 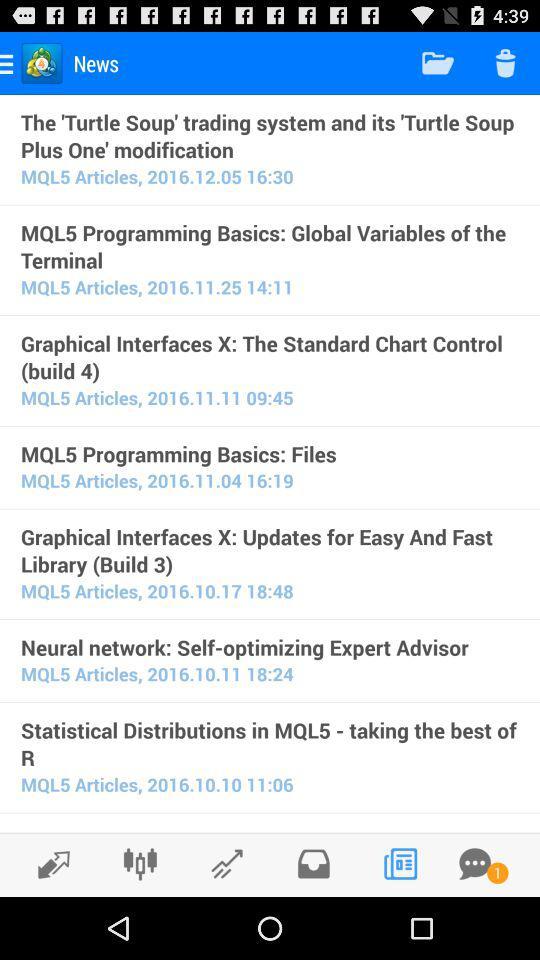 What do you see at coordinates (270, 829) in the screenshot?
I see `quick evaluation of icon` at bounding box center [270, 829].